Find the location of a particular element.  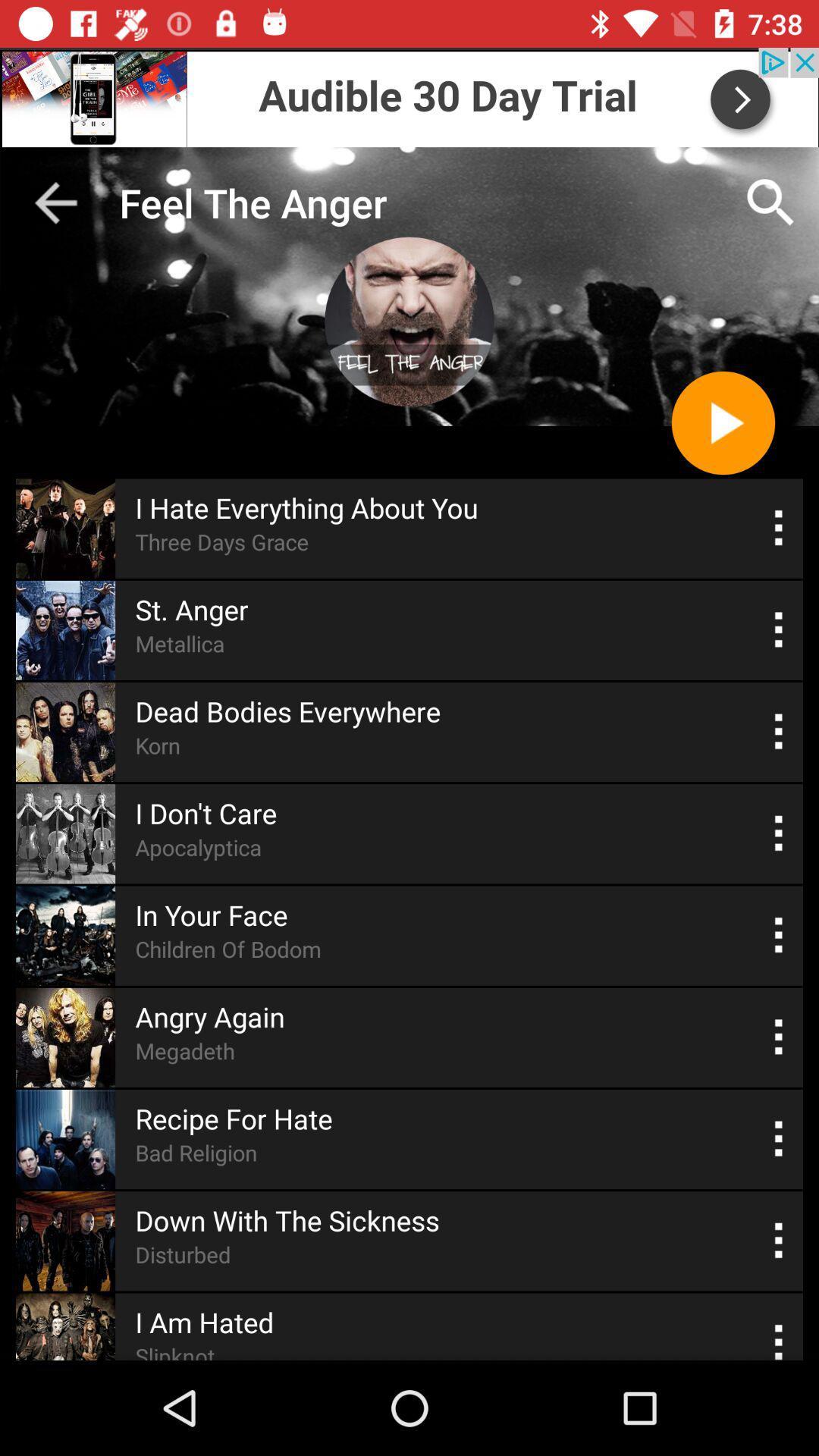

more information is located at coordinates (779, 1037).